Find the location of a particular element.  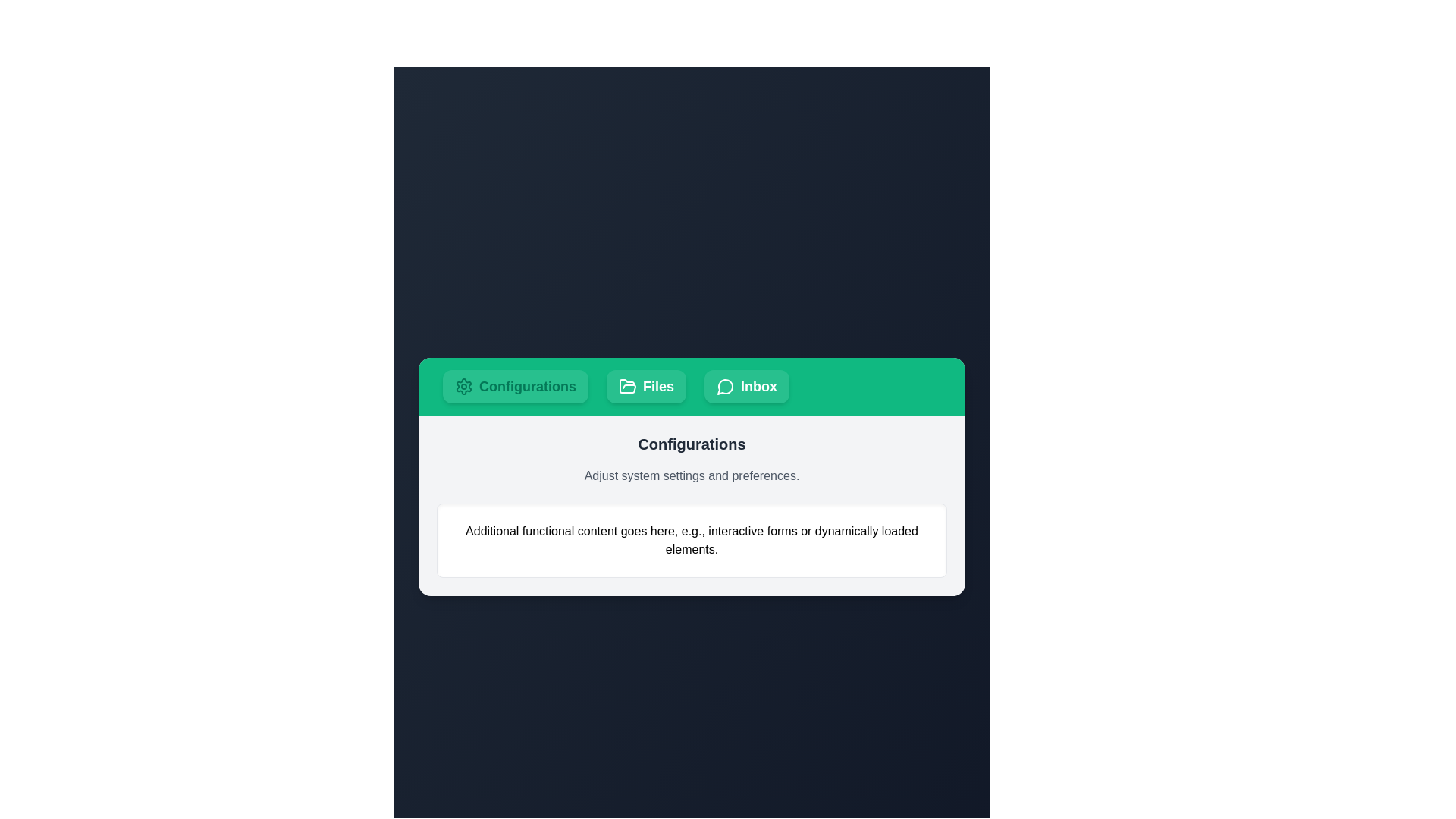

the tab identified by Inbox is located at coordinates (746, 385).